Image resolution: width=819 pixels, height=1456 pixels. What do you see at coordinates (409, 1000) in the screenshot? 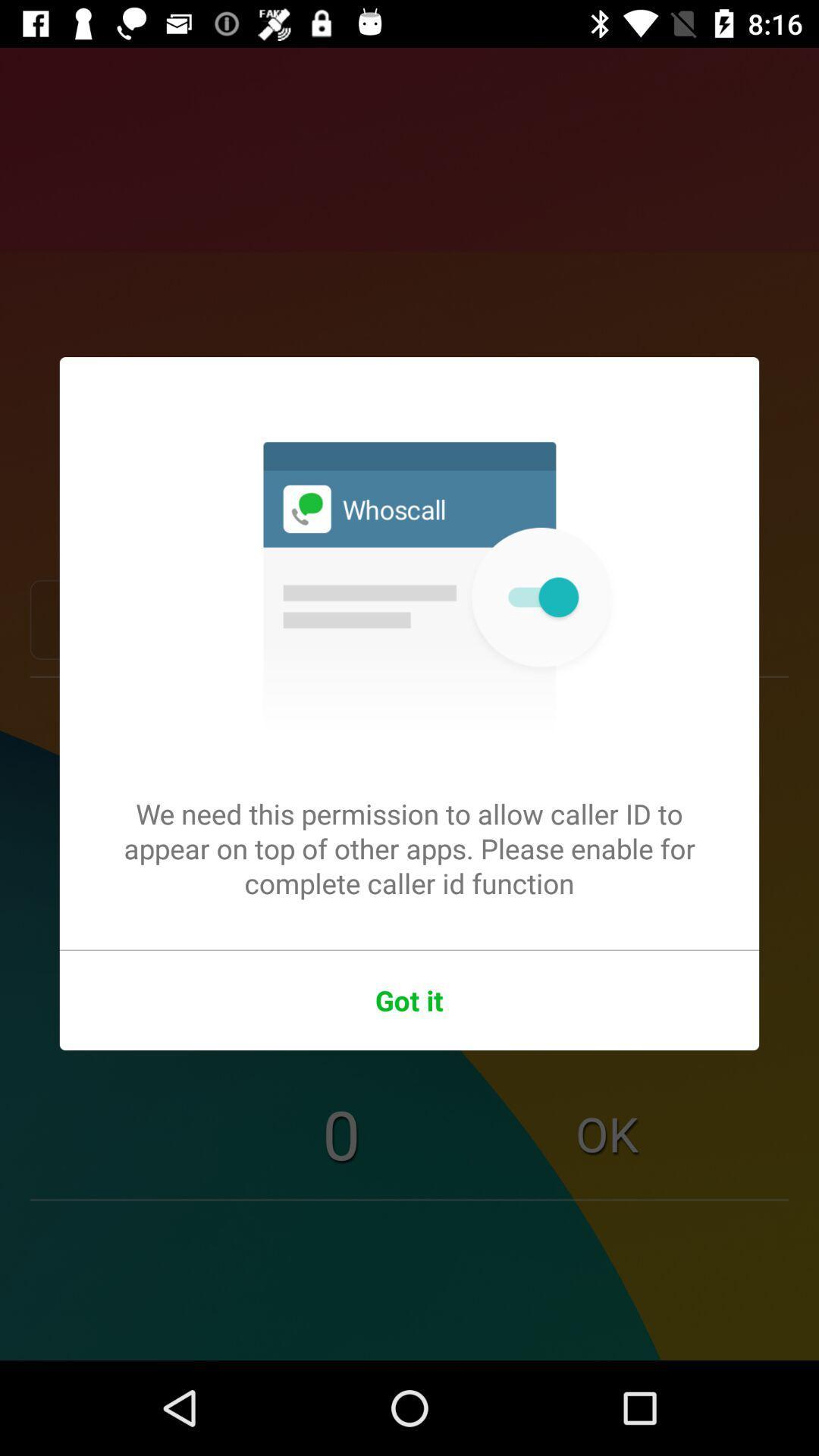
I see `the got it item` at bounding box center [409, 1000].